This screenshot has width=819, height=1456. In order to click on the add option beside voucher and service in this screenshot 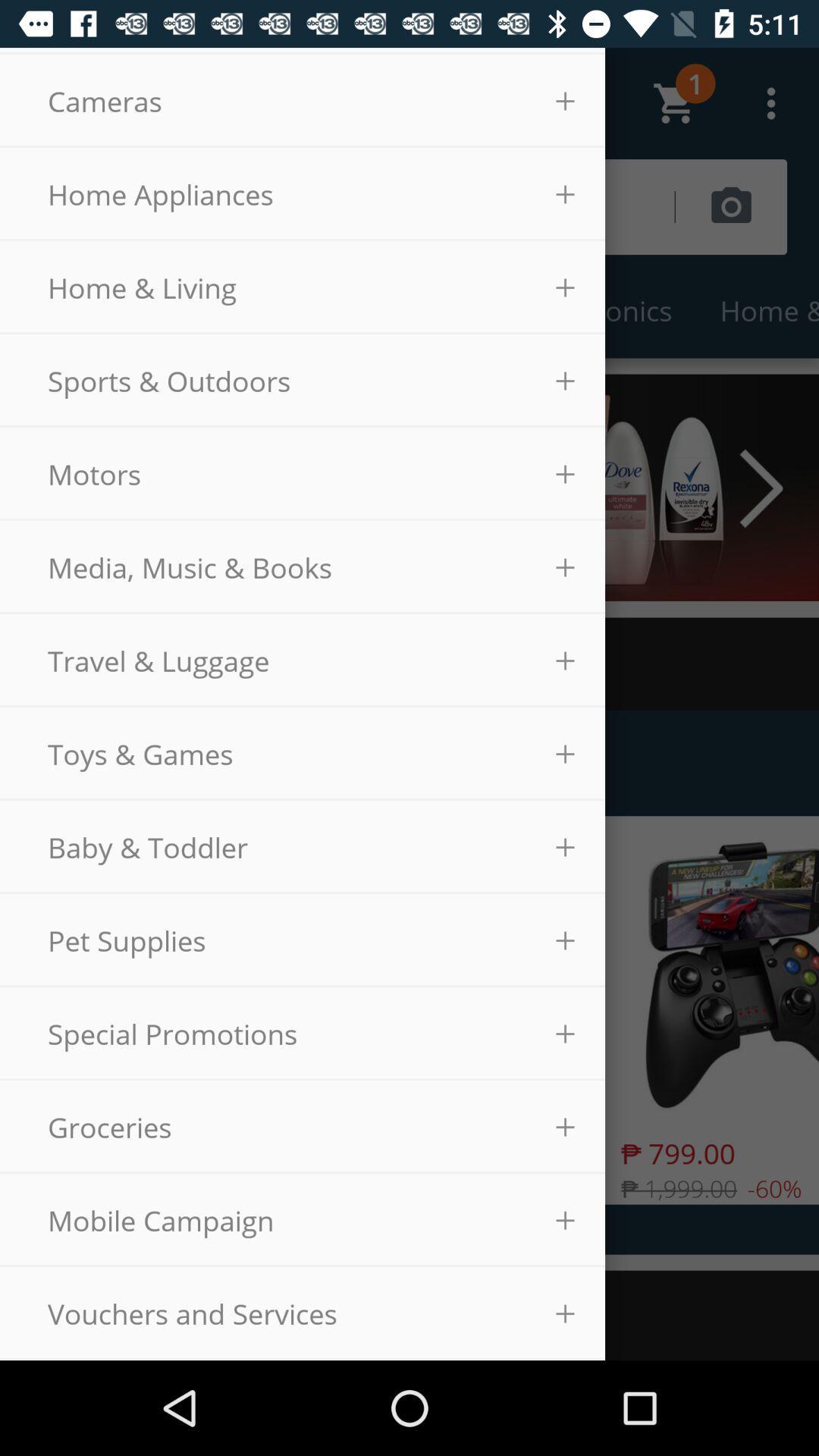, I will do `click(565, 1313)`.